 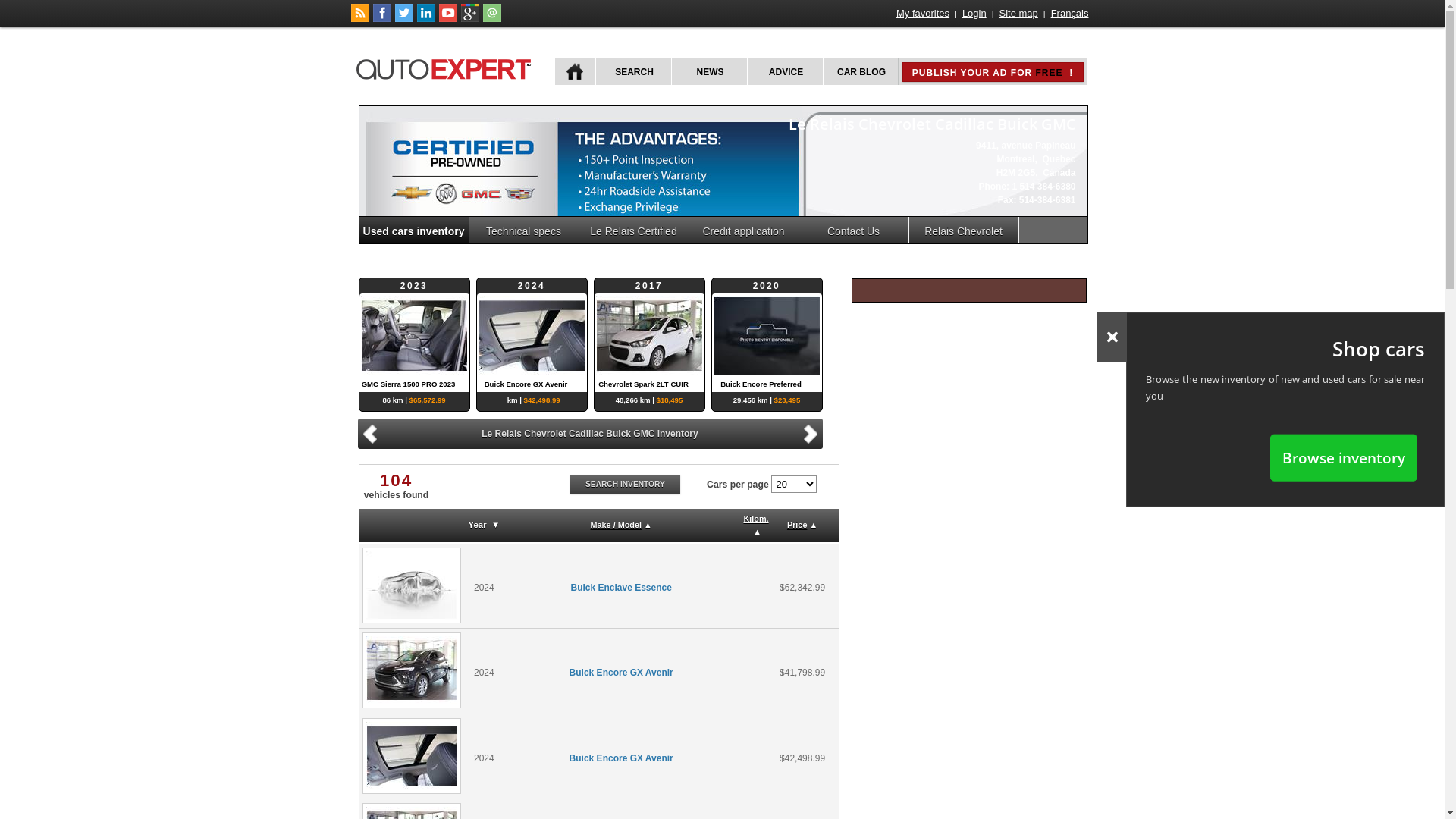 What do you see at coordinates (446, 66) in the screenshot?
I see `'autoExpert.ca'` at bounding box center [446, 66].